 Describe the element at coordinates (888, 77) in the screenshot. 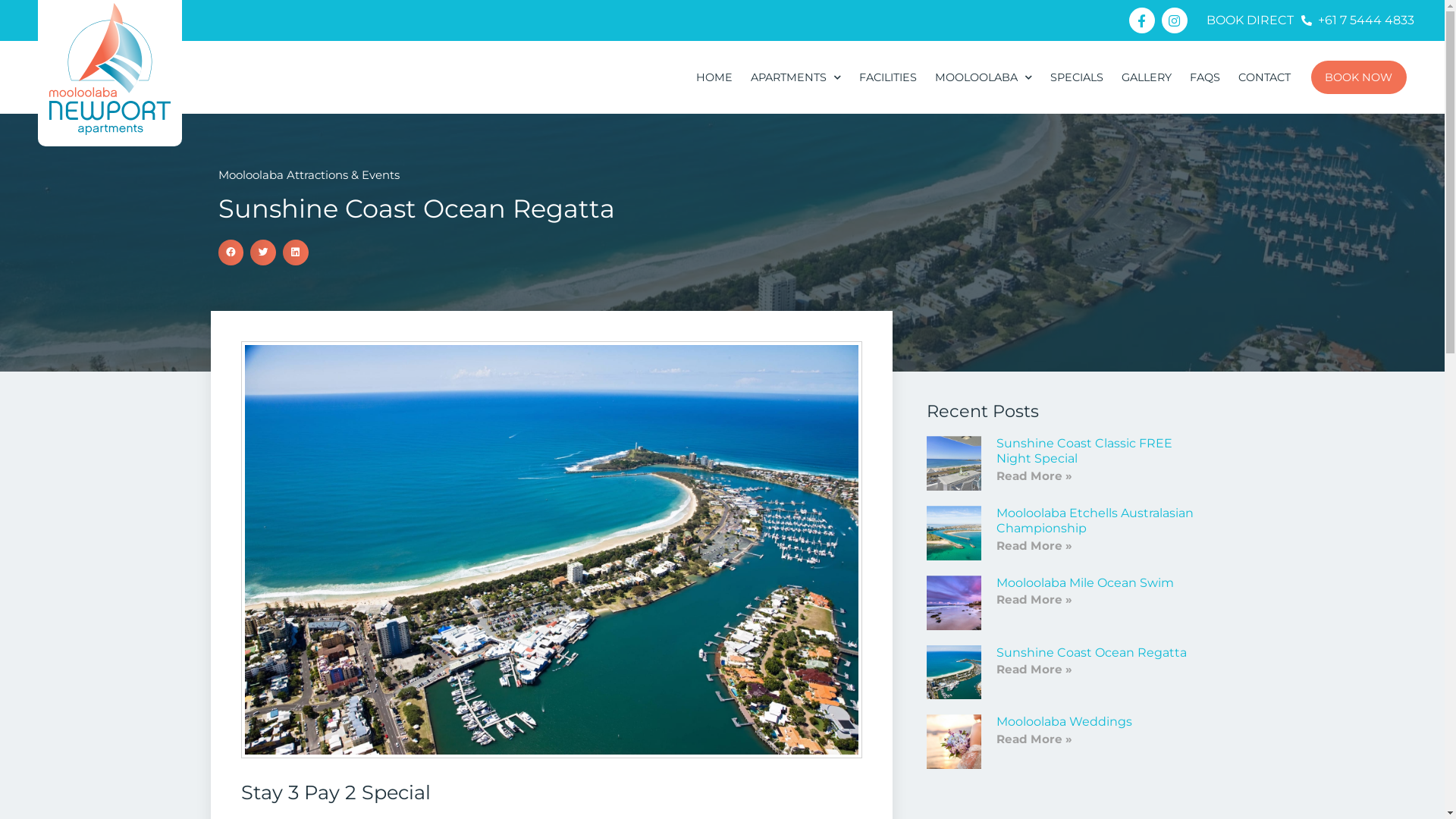

I see `'FACILITIES'` at that location.